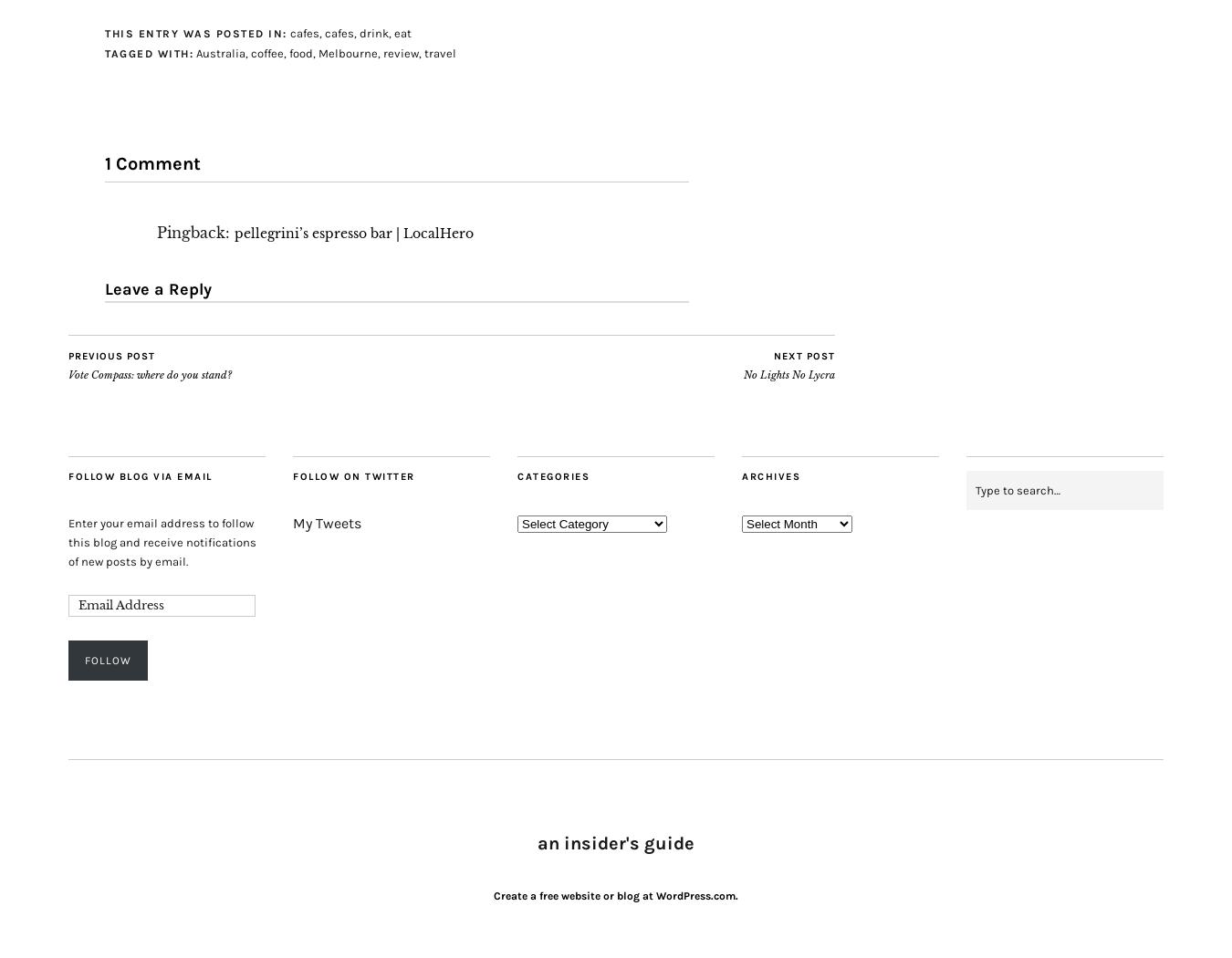 This screenshot has height=958, width=1232. I want to click on 'No Lights No Lycra', so click(788, 374).